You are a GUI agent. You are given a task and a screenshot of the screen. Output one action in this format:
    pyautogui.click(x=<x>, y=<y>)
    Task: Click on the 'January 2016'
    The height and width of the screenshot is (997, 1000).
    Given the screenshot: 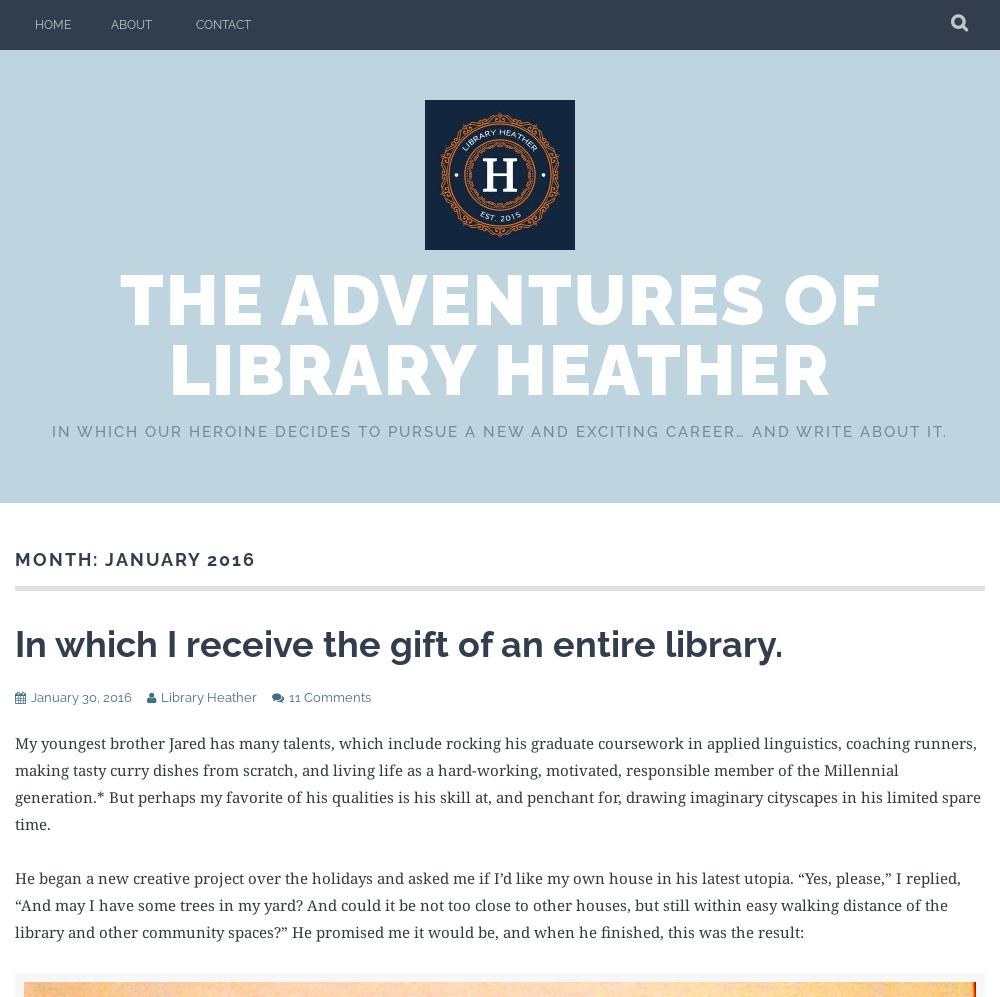 What is the action you would take?
    pyautogui.click(x=180, y=559)
    